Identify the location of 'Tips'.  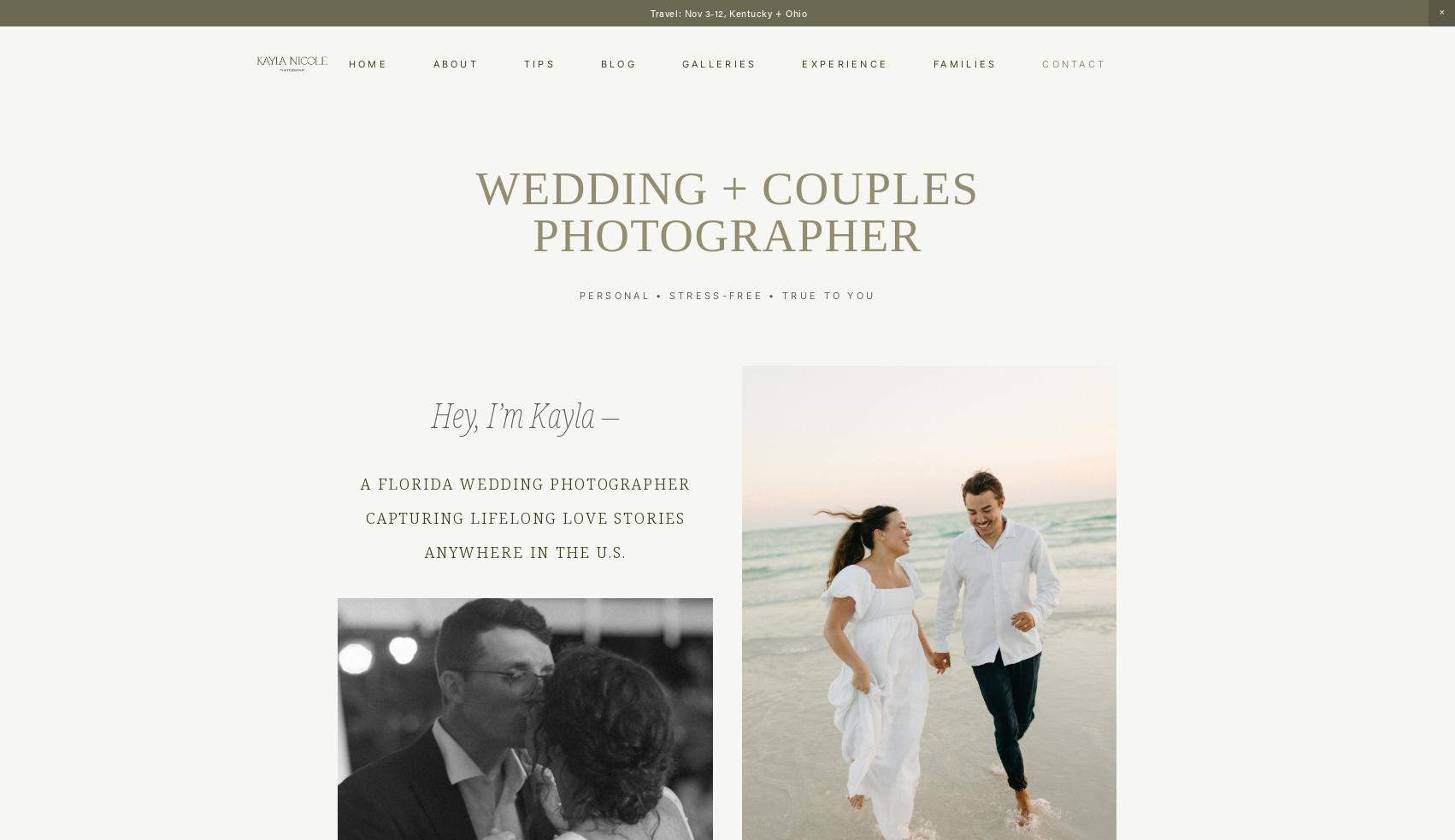
(523, 62).